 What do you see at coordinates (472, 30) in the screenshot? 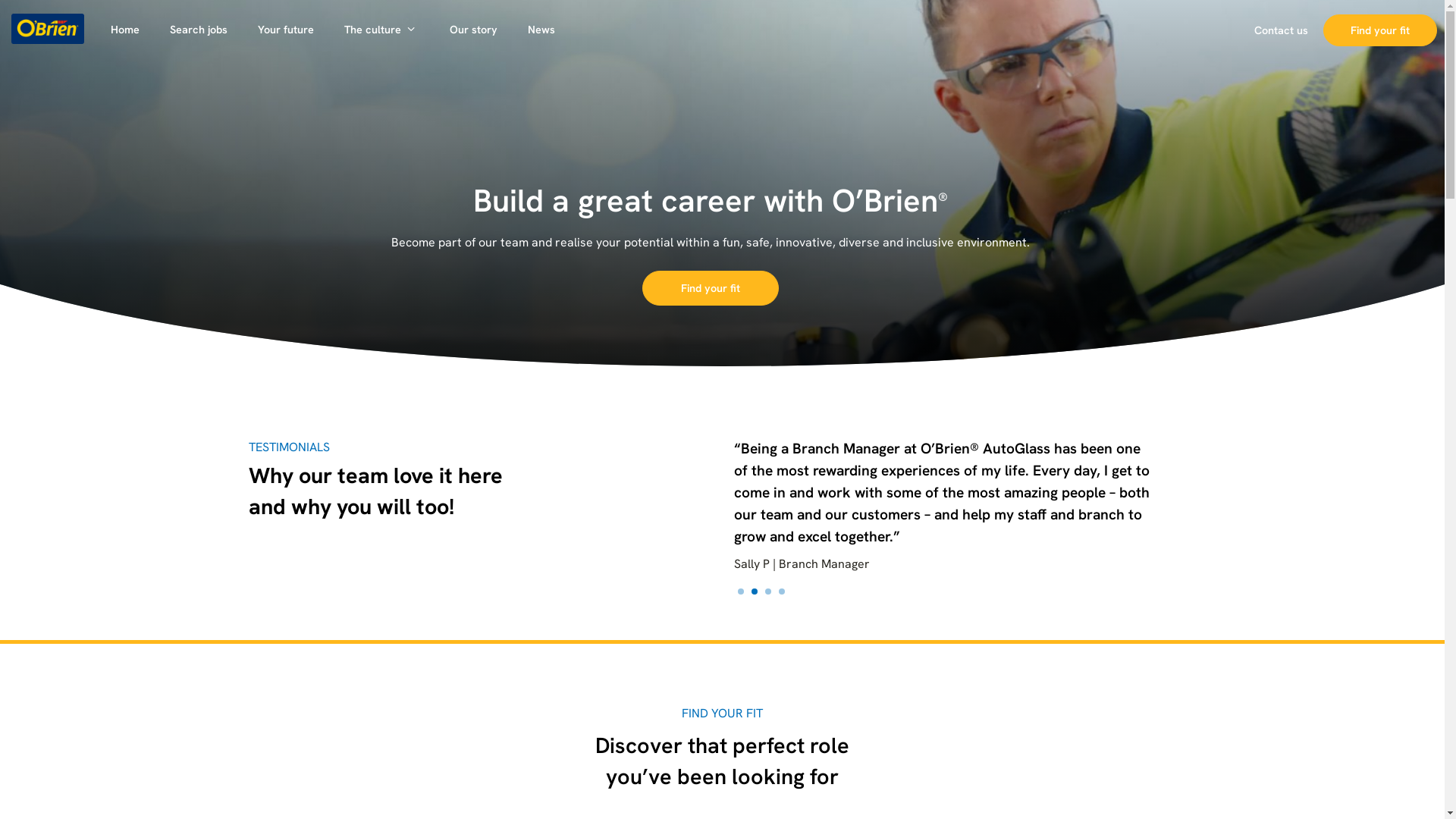
I see `'Our story'` at bounding box center [472, 30].